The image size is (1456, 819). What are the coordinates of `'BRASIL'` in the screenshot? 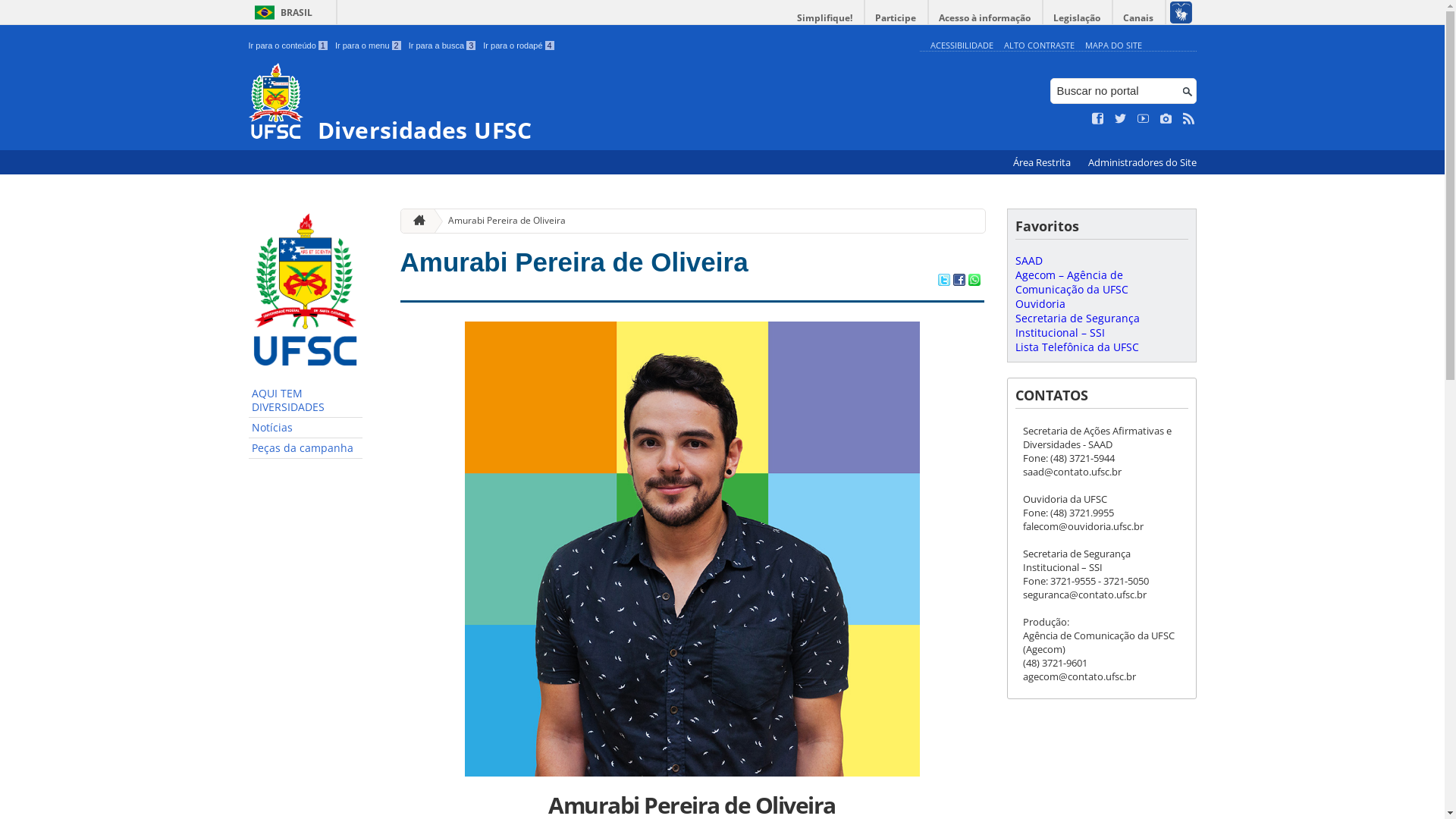 It's located at (281, 12).